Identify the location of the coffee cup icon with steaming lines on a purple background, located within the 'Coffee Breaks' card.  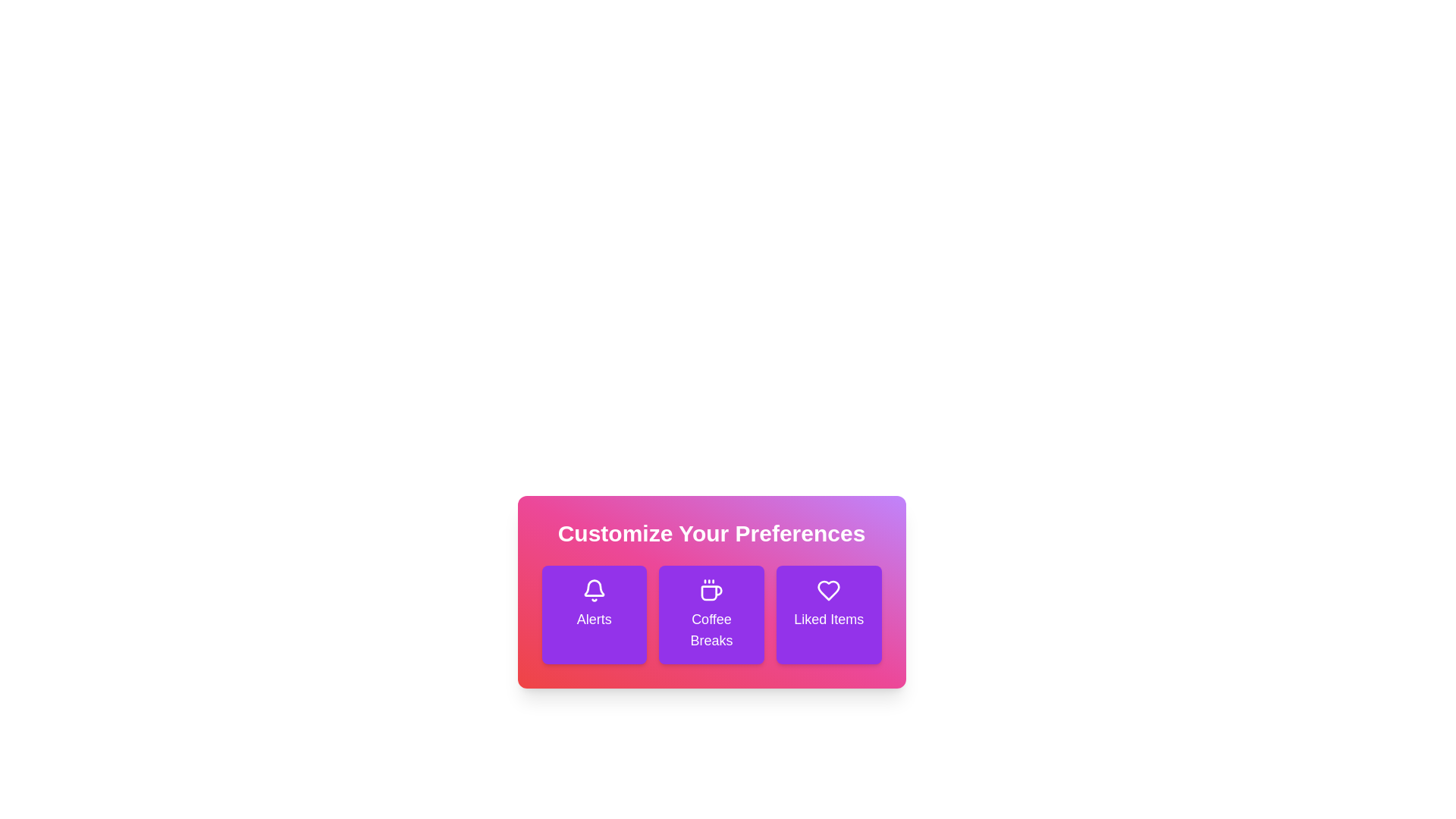
(711, 590).